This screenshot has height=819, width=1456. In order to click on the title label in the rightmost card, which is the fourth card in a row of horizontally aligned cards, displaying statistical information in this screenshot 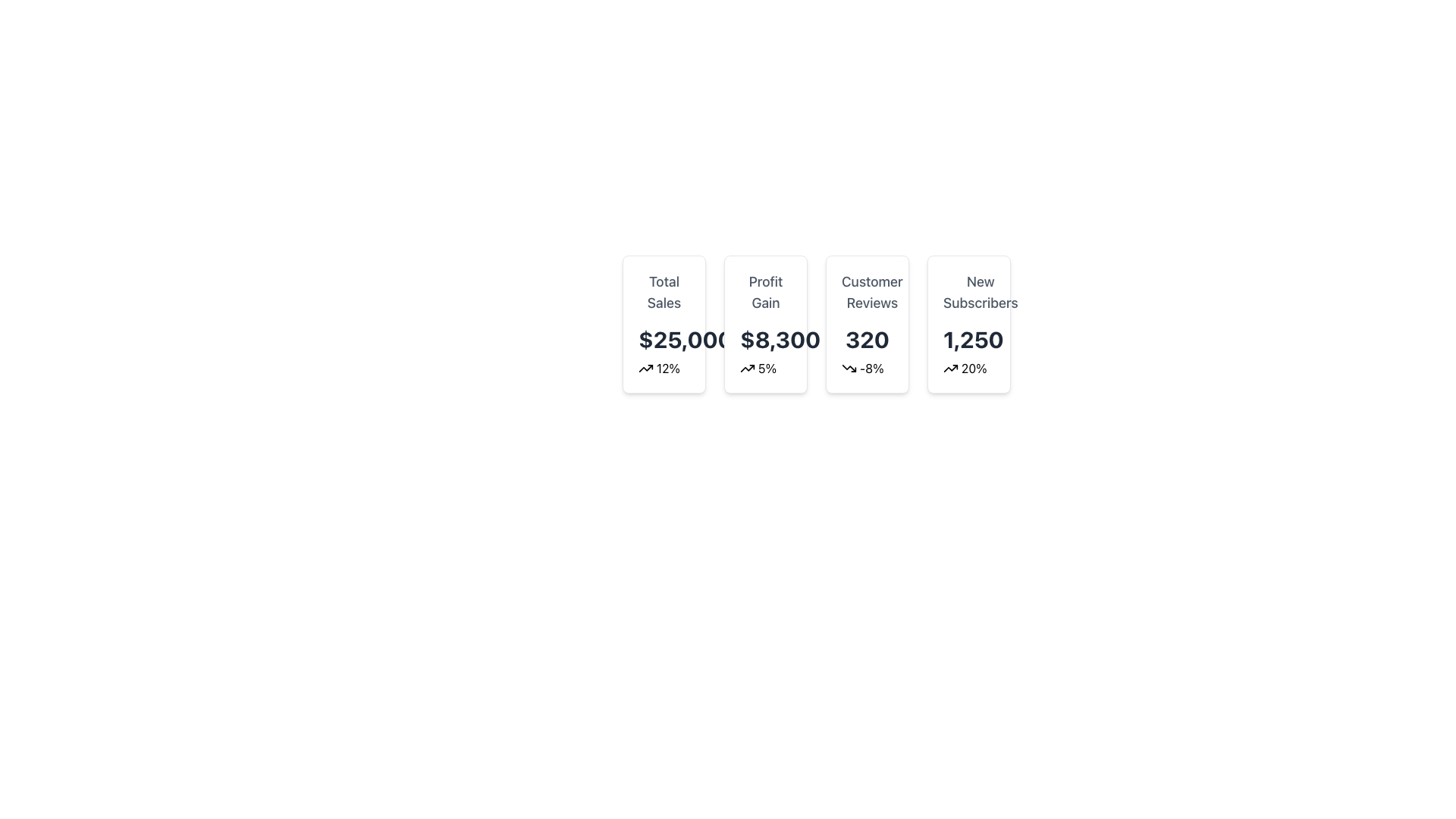, I will do `click(968, 292)`.